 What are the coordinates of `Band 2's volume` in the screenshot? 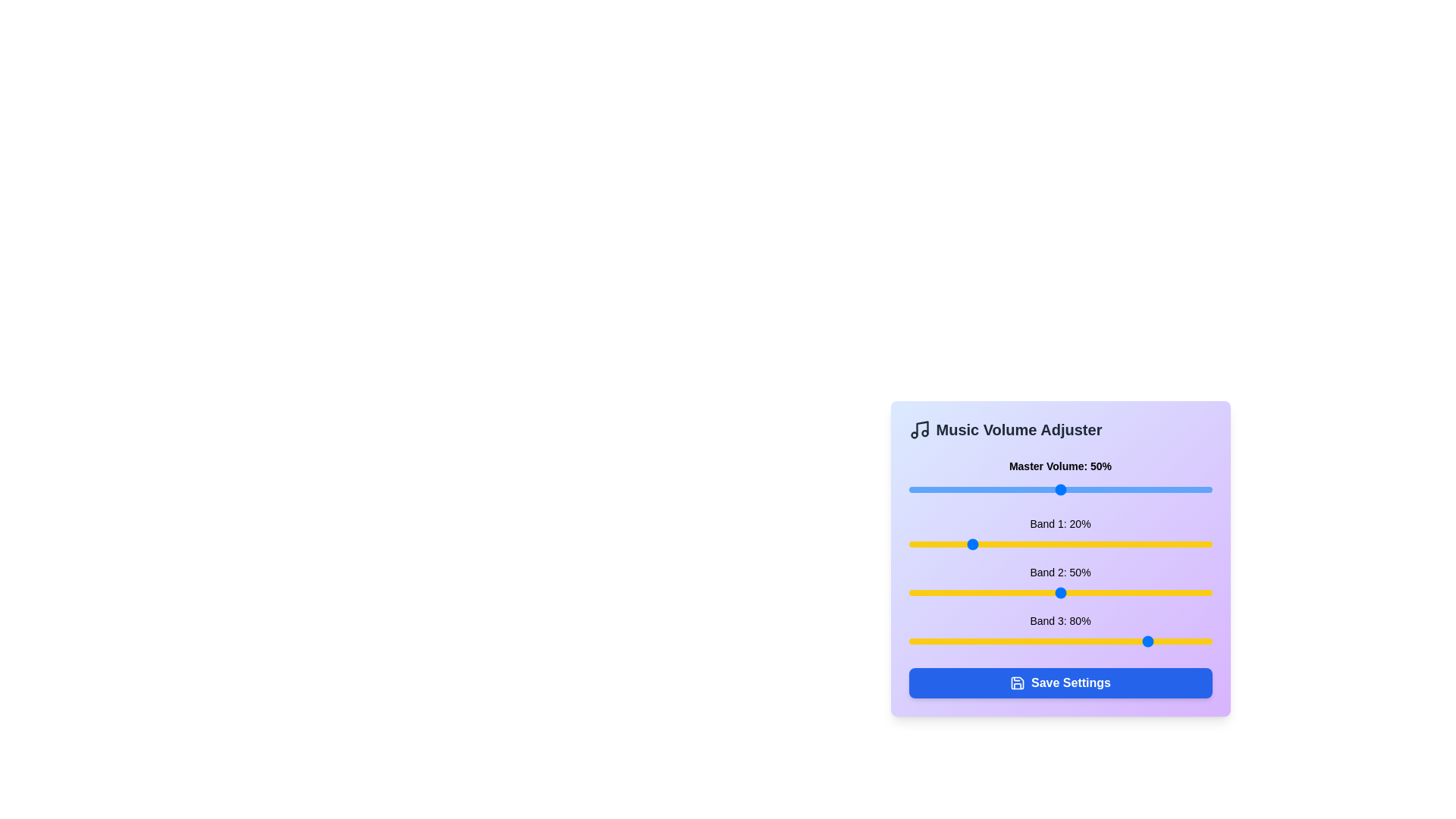 It's located at (965, 592).